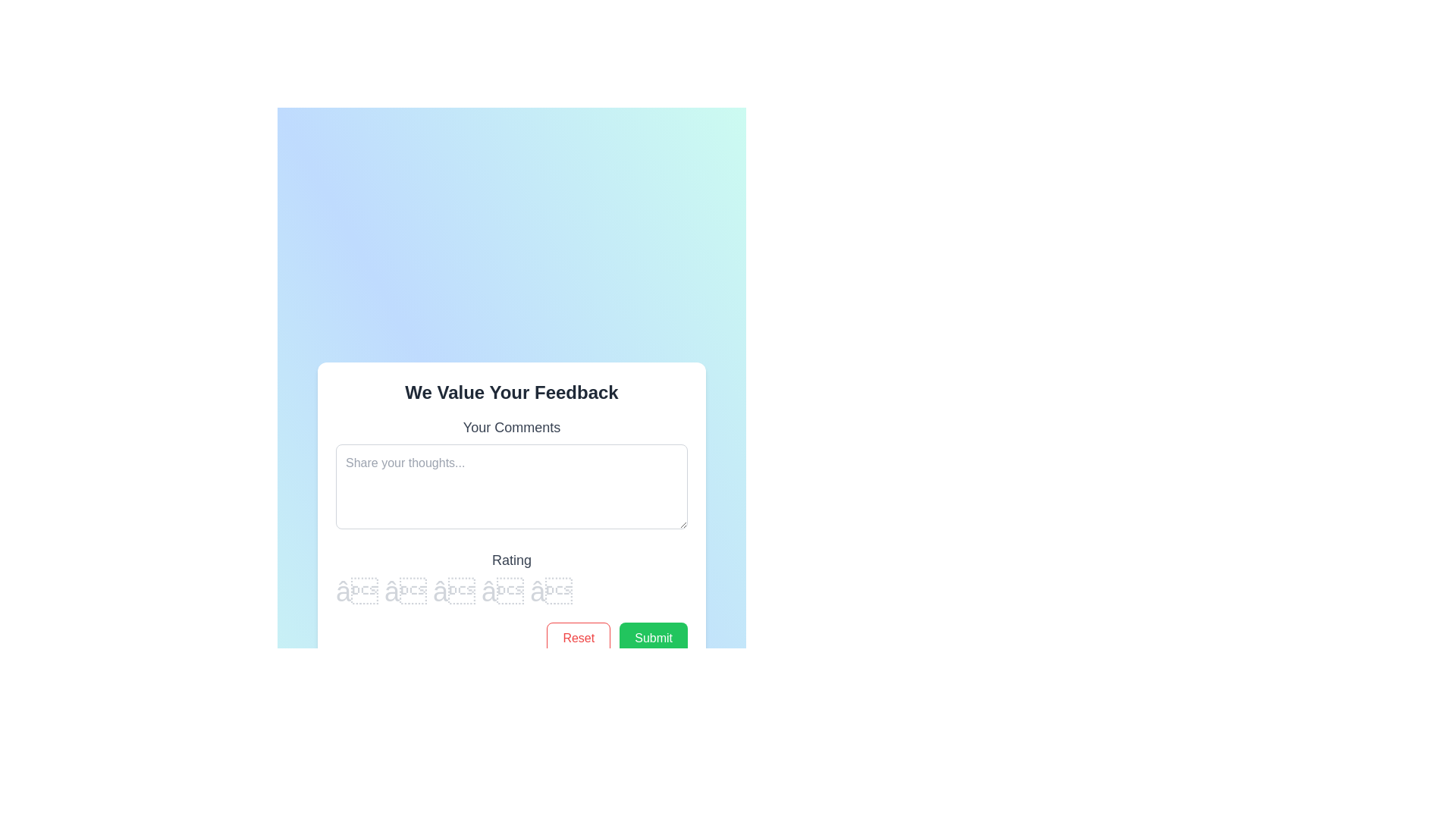 The height and width of the screenshot is (819, 1456). I want to click on the fifth star icon in the 'Rating' section, which is styled with a light gray color and changes to yellow on hover, to rate with five stars, so click(551, 591).